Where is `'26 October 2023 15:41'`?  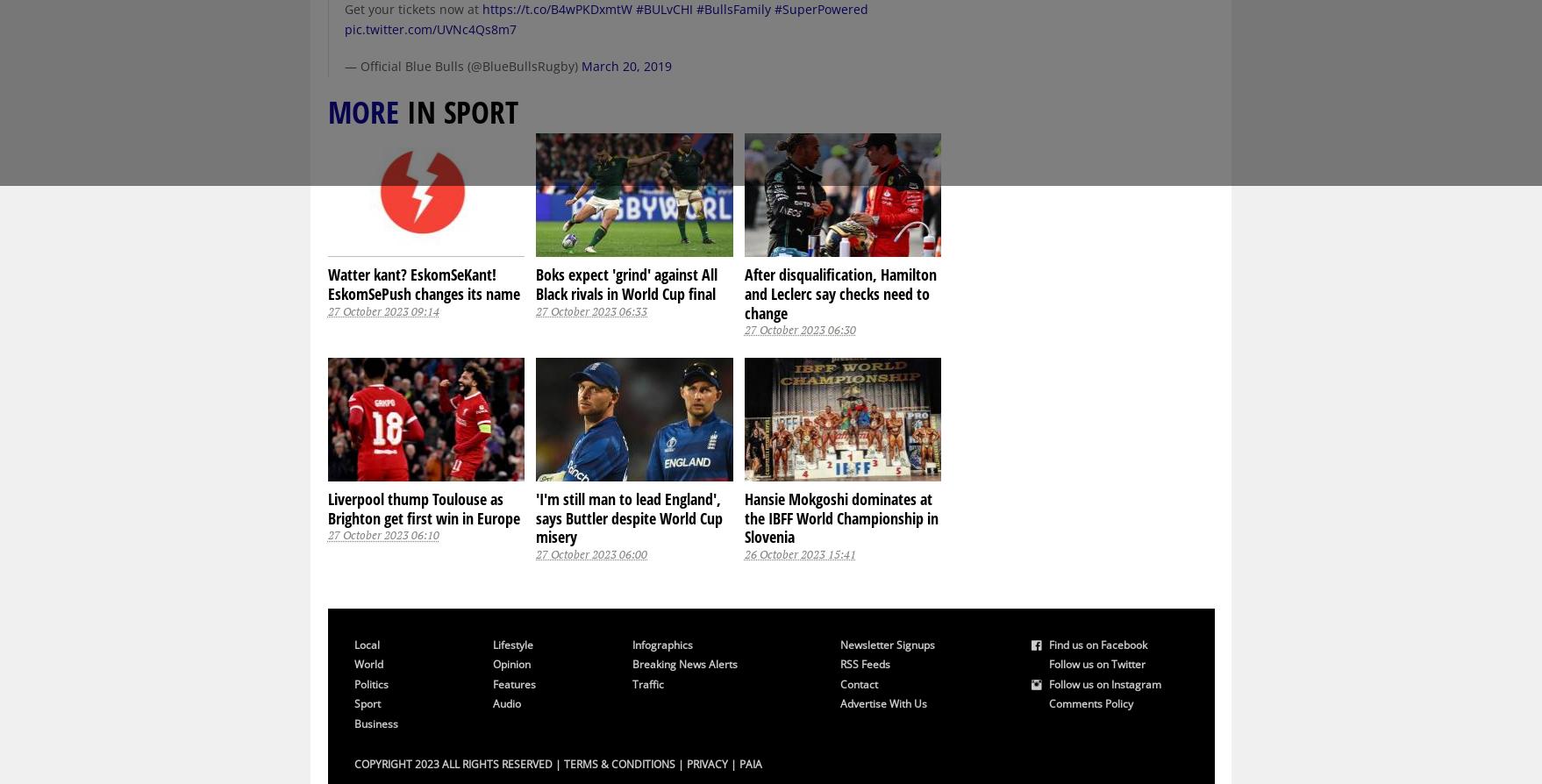
'26 October 2023 15:41' is located at coordinates (799, 553).